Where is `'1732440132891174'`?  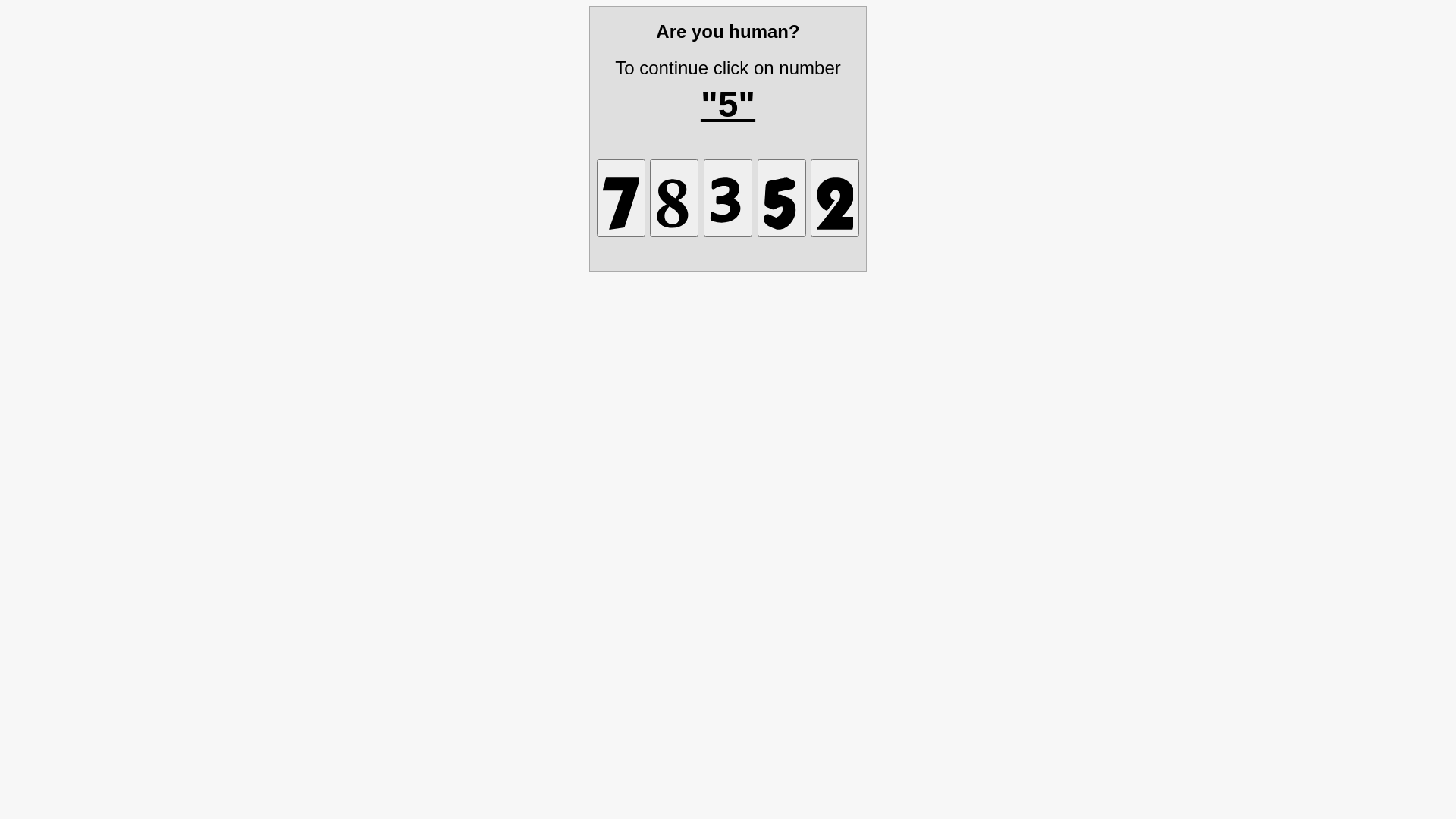
'1732440132891174' is located at coordinates (621, 197).